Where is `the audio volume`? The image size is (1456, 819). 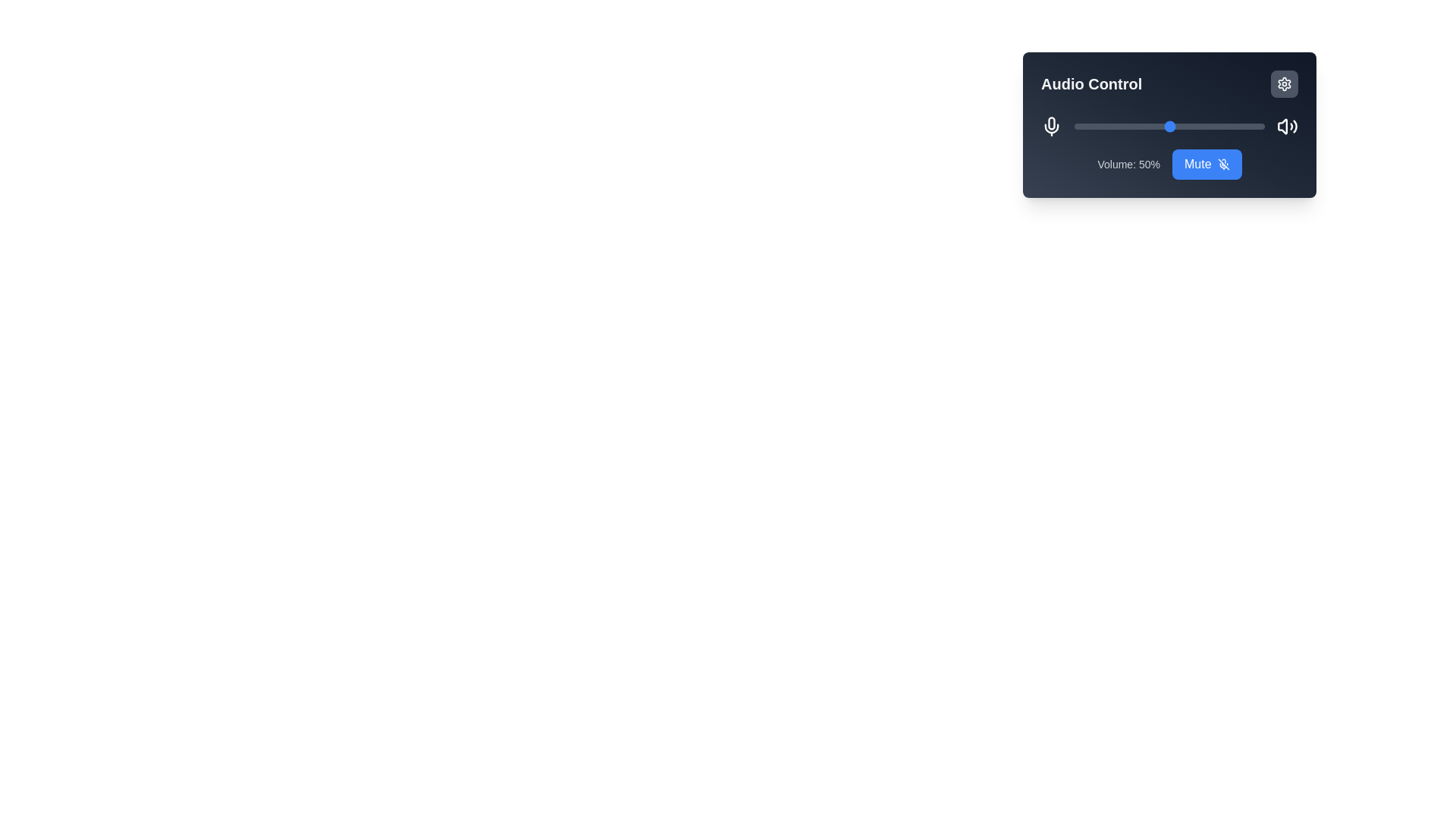 the audio volume is located at coordinates (1144, 125).